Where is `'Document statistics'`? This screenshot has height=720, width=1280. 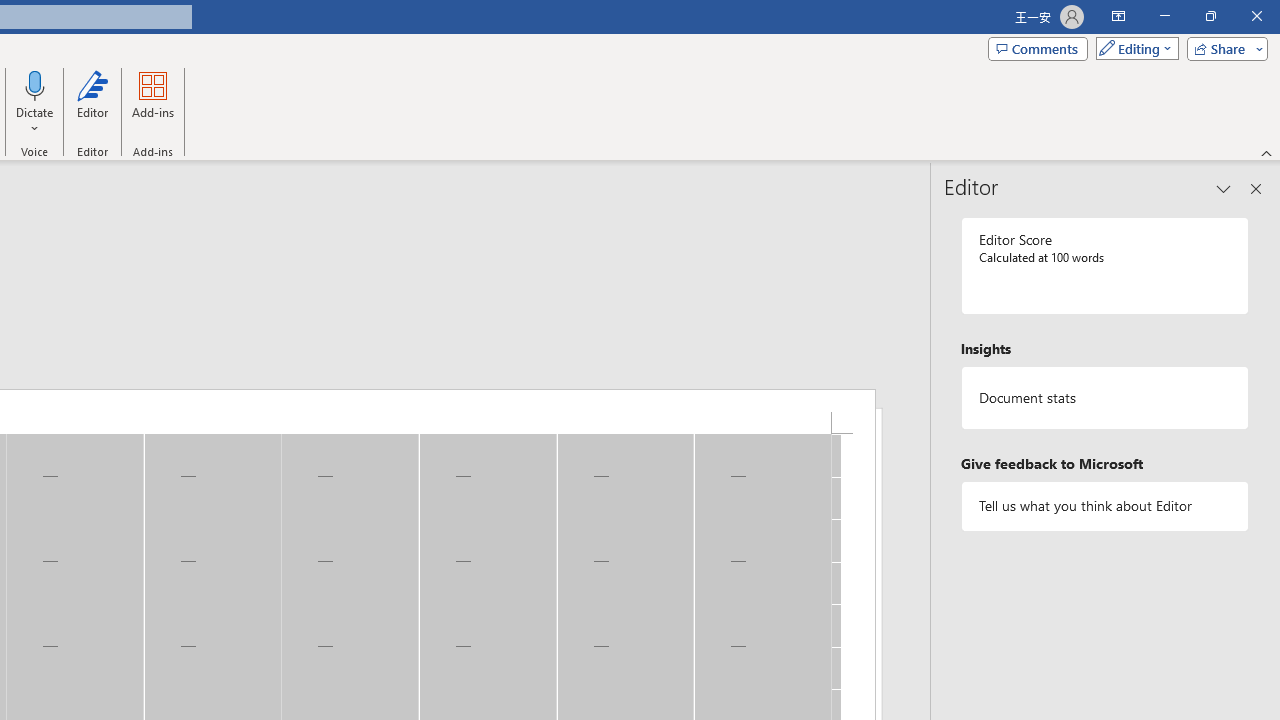
'Document statistics' is located at coordinates (1104, 398).